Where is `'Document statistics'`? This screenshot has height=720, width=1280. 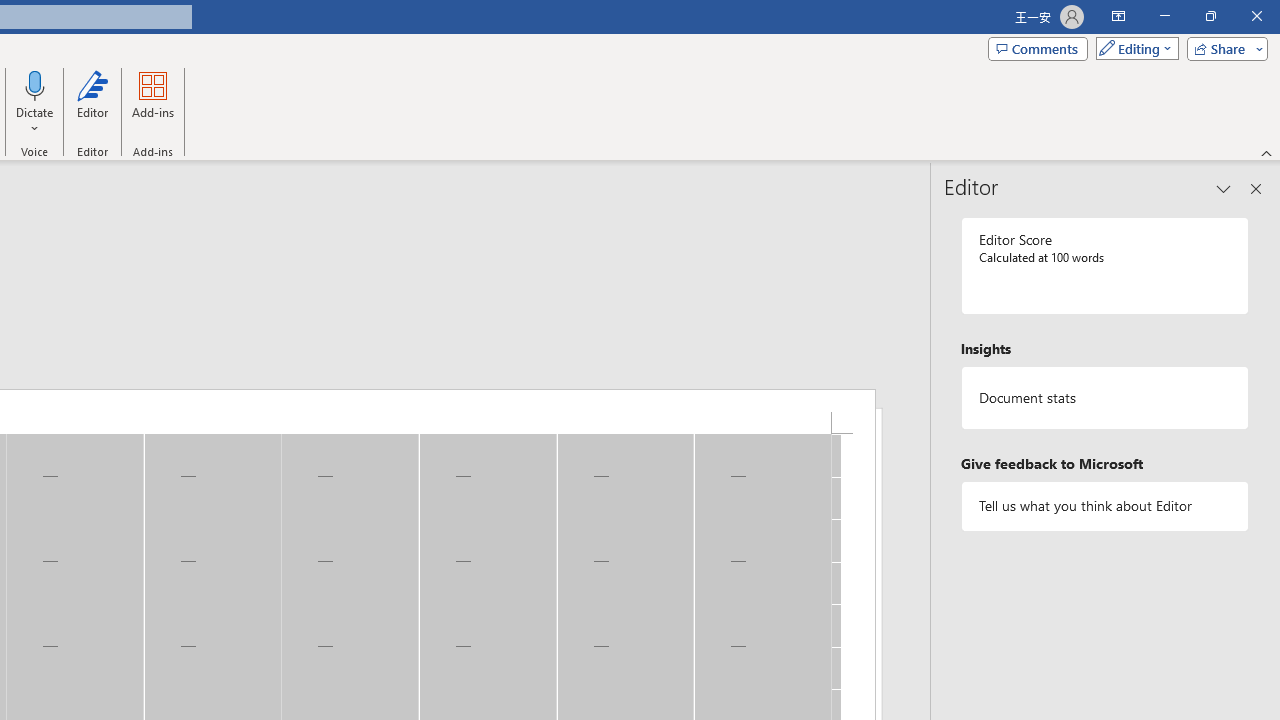
'Document statistics' is located at coordinates (1104, 398).